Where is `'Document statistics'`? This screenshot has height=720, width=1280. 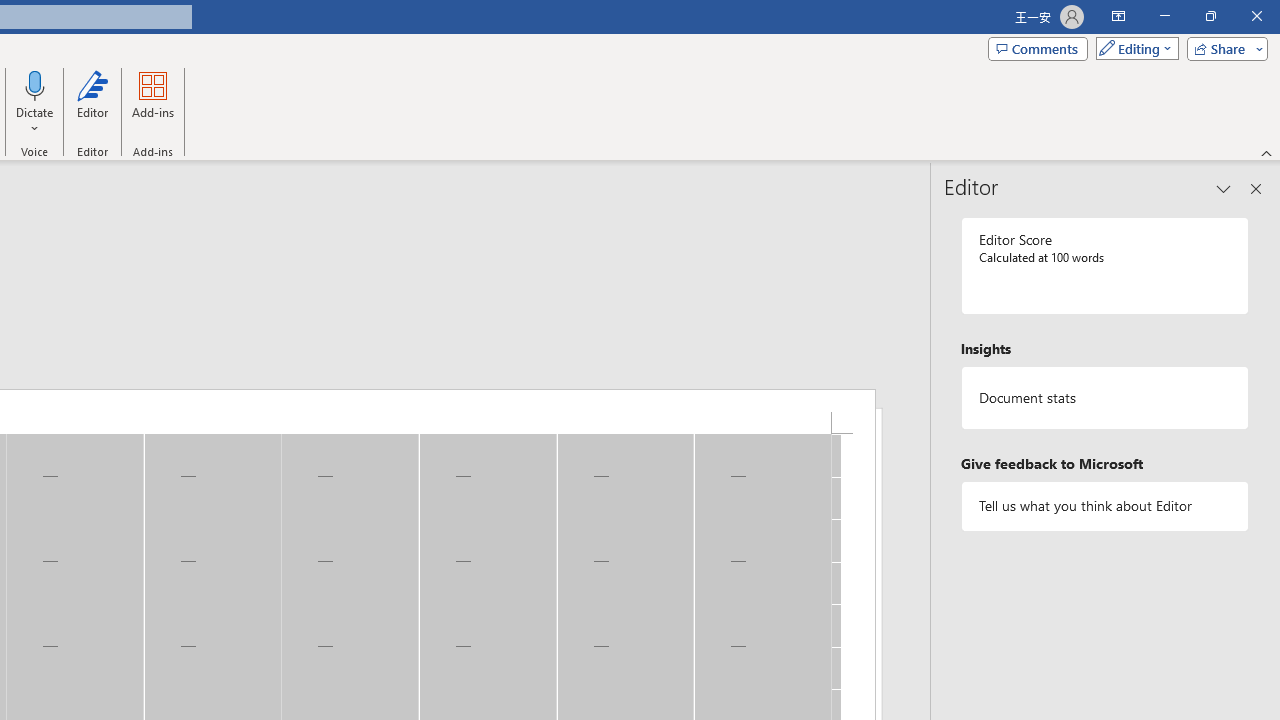
'Document statistics' is located at coordinates (1104, 398).